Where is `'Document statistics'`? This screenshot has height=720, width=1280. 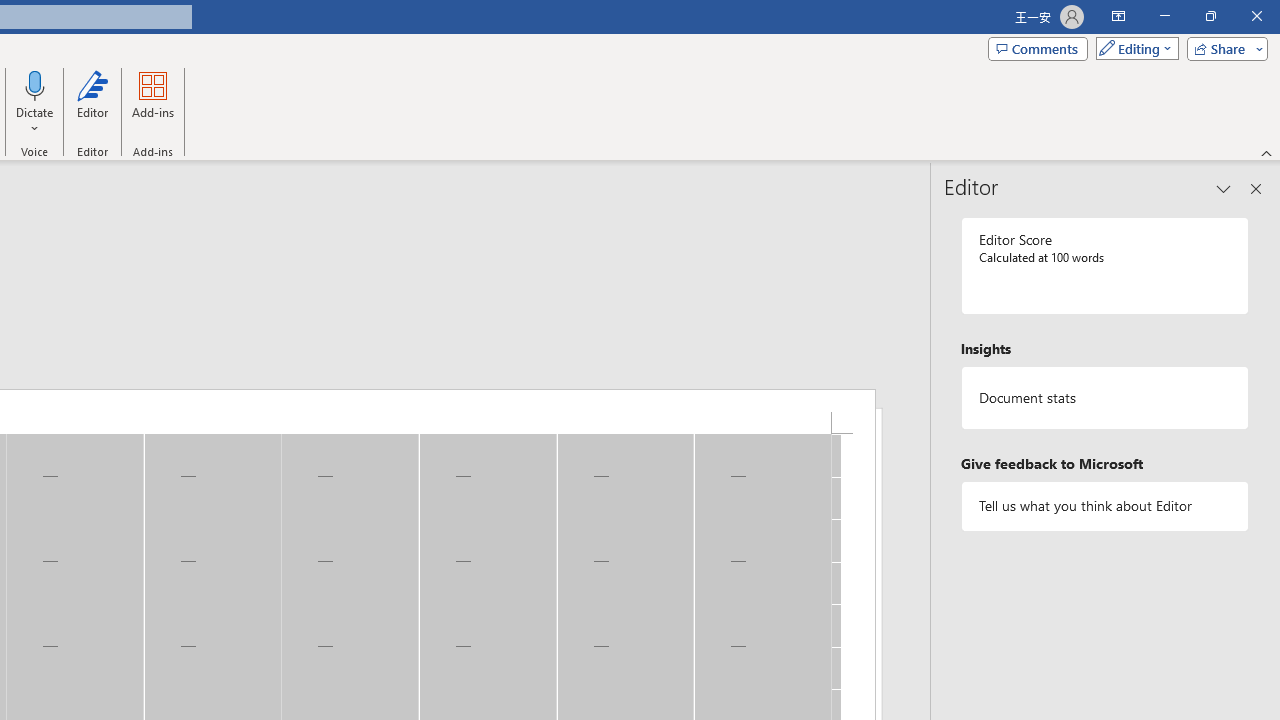
'Document statistics' is located at coordinates (1104, 398).